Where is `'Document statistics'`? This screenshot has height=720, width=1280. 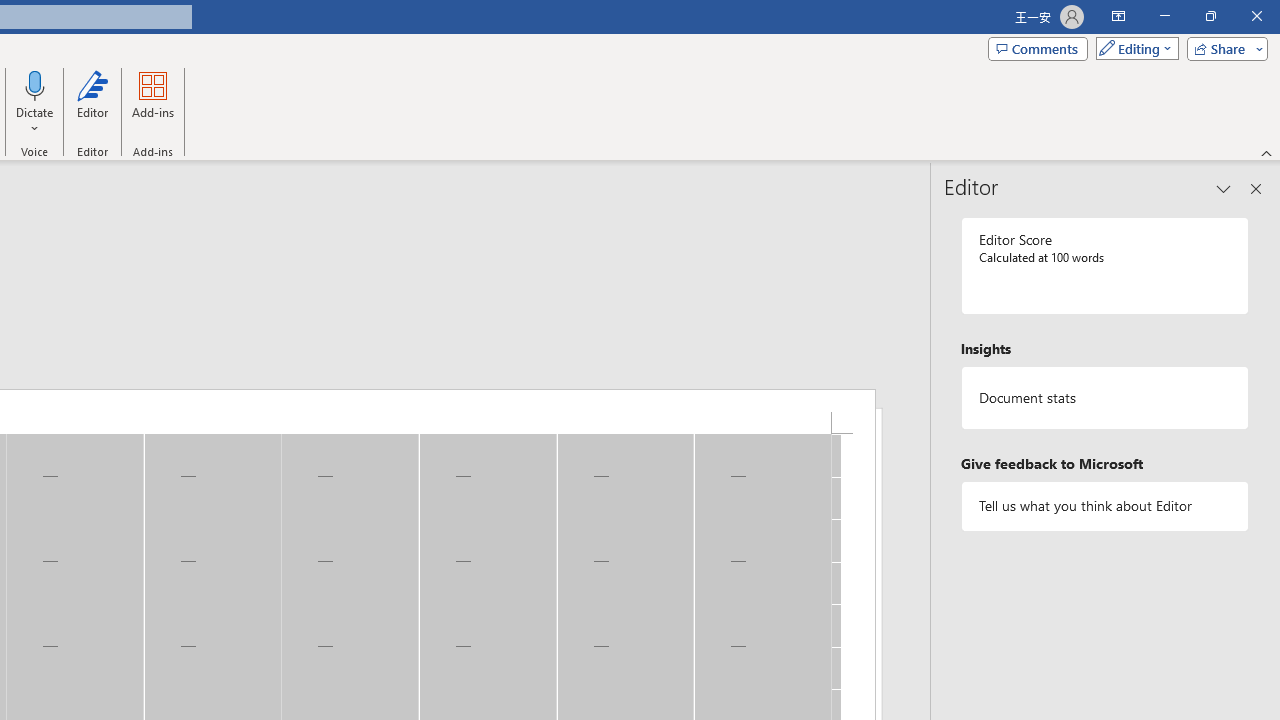
'Document statistics' is located at coordinates (1104, 398).